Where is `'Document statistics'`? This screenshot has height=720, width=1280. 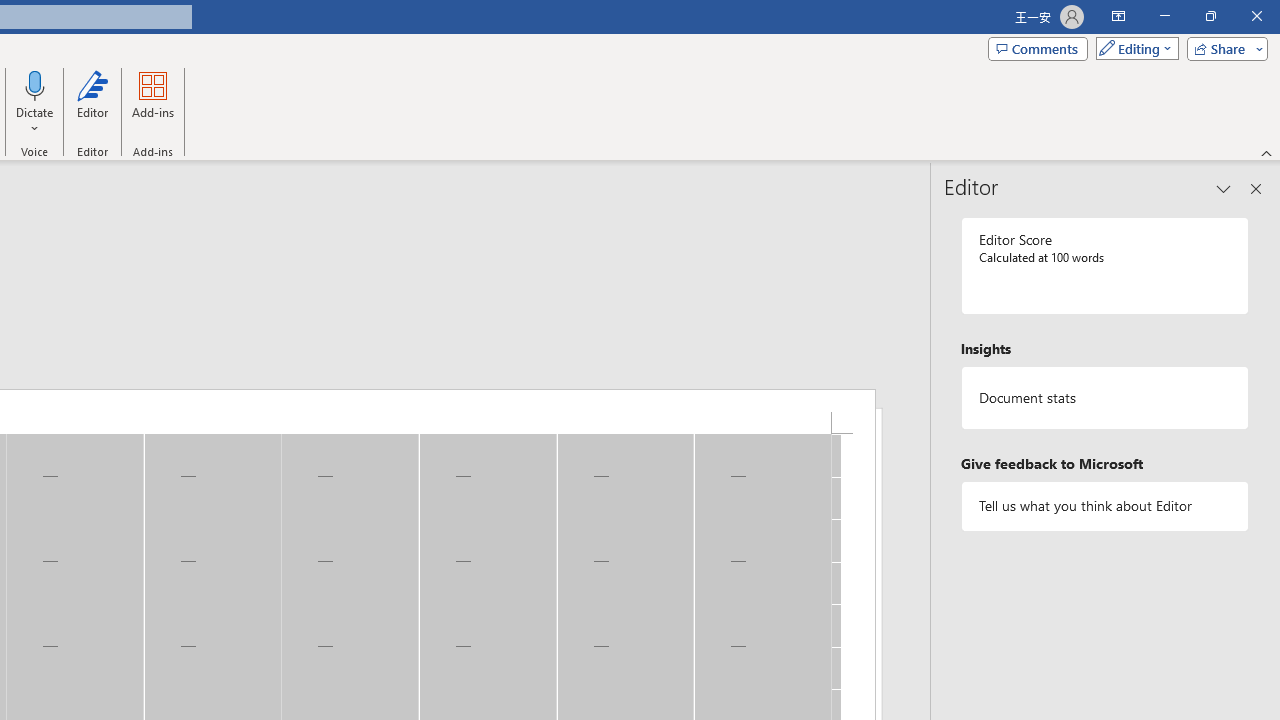
'Document statistics' is located at coordinates (1104, 398).